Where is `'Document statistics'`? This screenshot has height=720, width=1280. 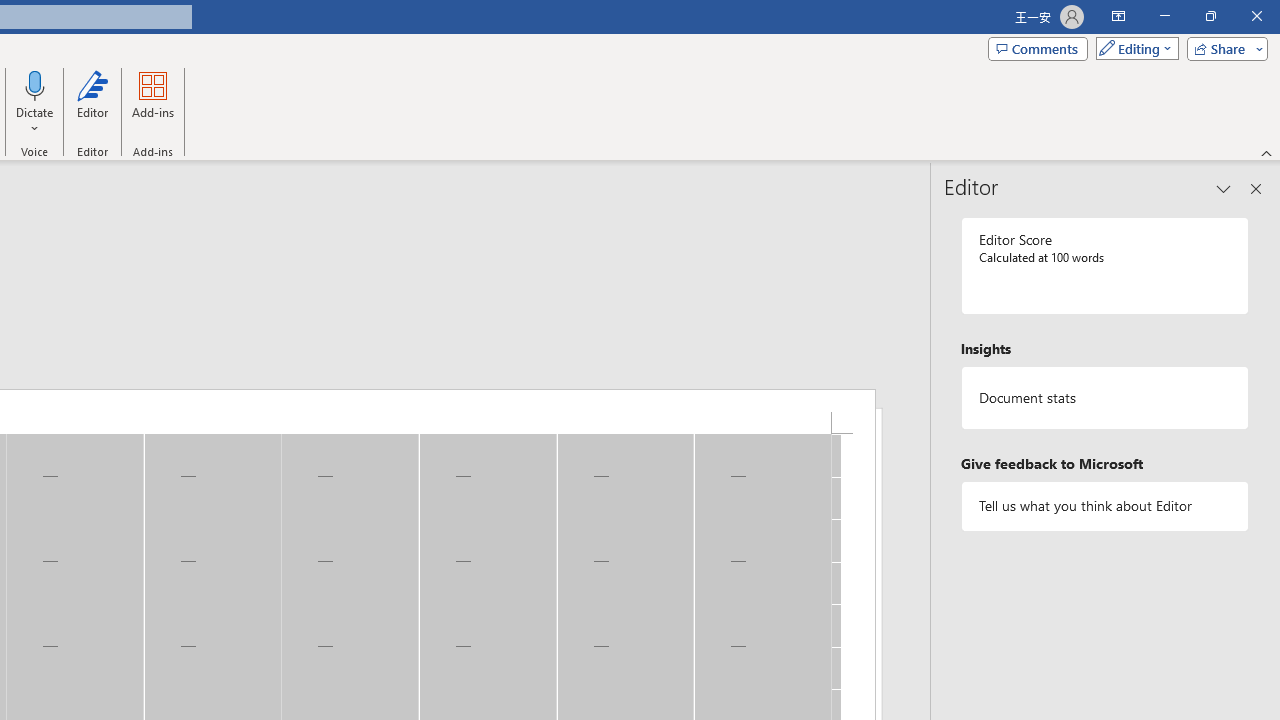
'Document statistics' is located at coordinates (1104, 398).